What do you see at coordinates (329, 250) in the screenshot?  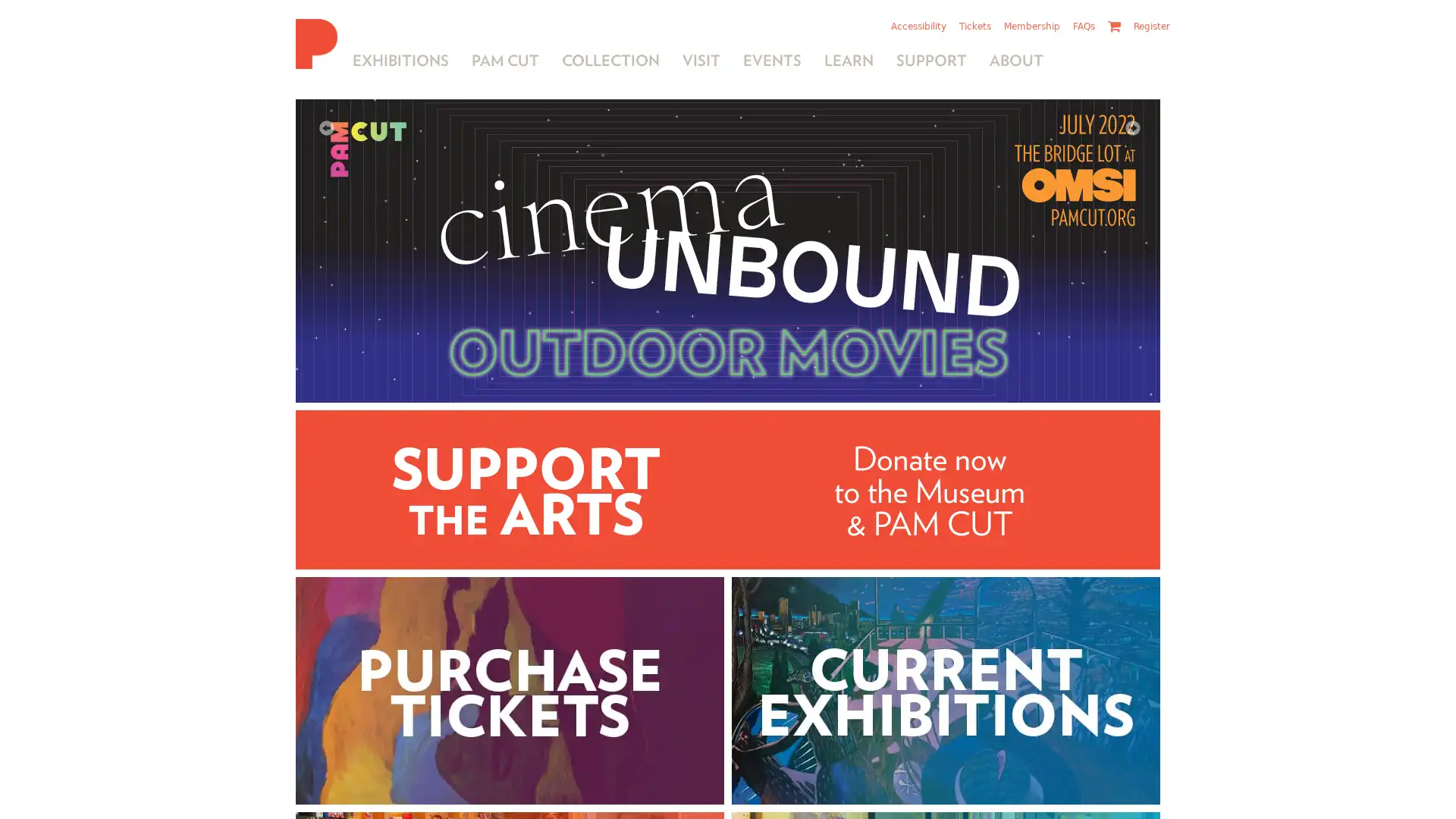 I see `Previous` at bounding box center [329, 250].